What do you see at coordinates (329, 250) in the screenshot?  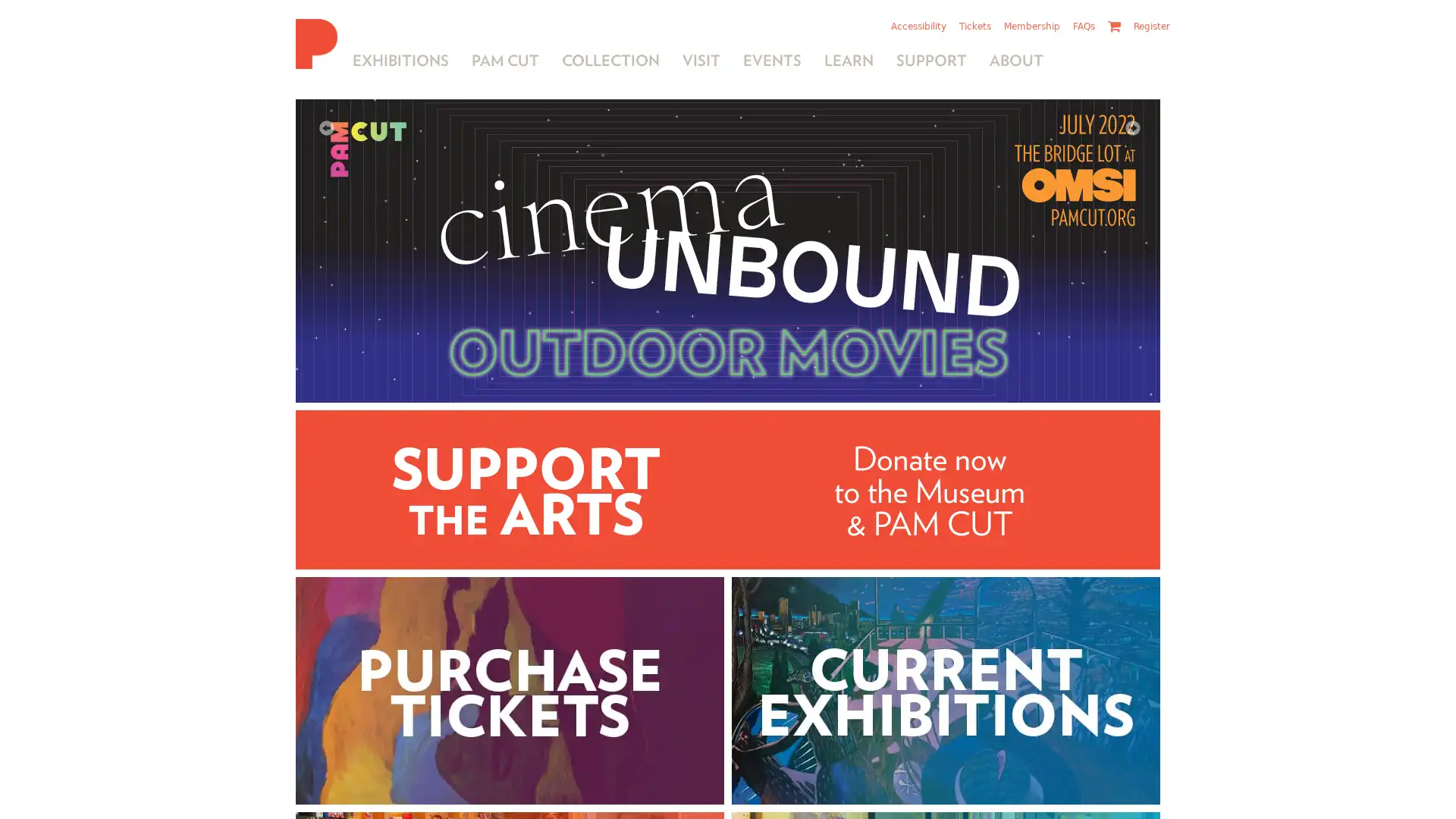 I see `Previous` at bounding box center [329, 250].